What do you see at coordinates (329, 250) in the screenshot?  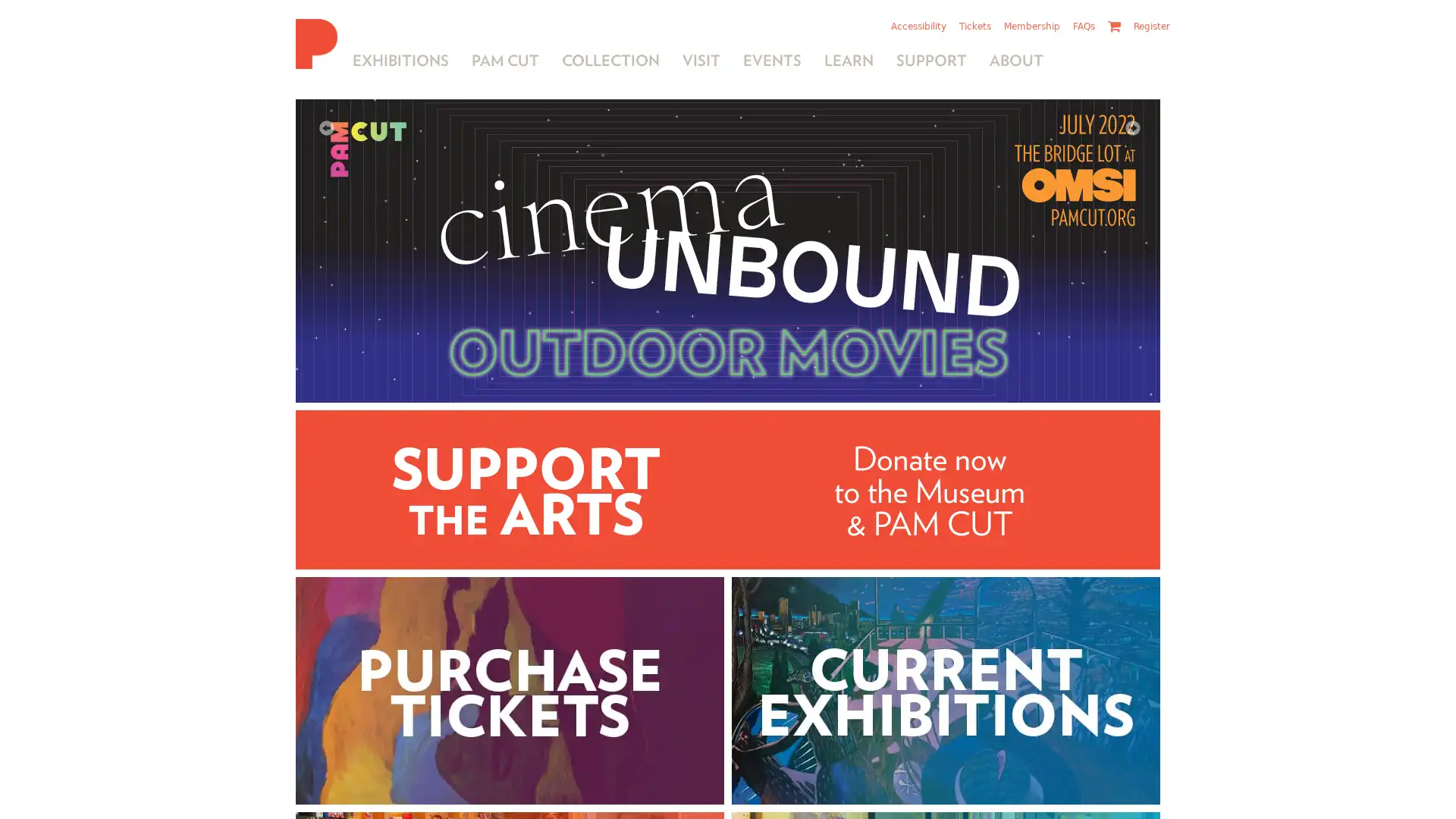 I see `Previous` at bounding box center [329, 250].